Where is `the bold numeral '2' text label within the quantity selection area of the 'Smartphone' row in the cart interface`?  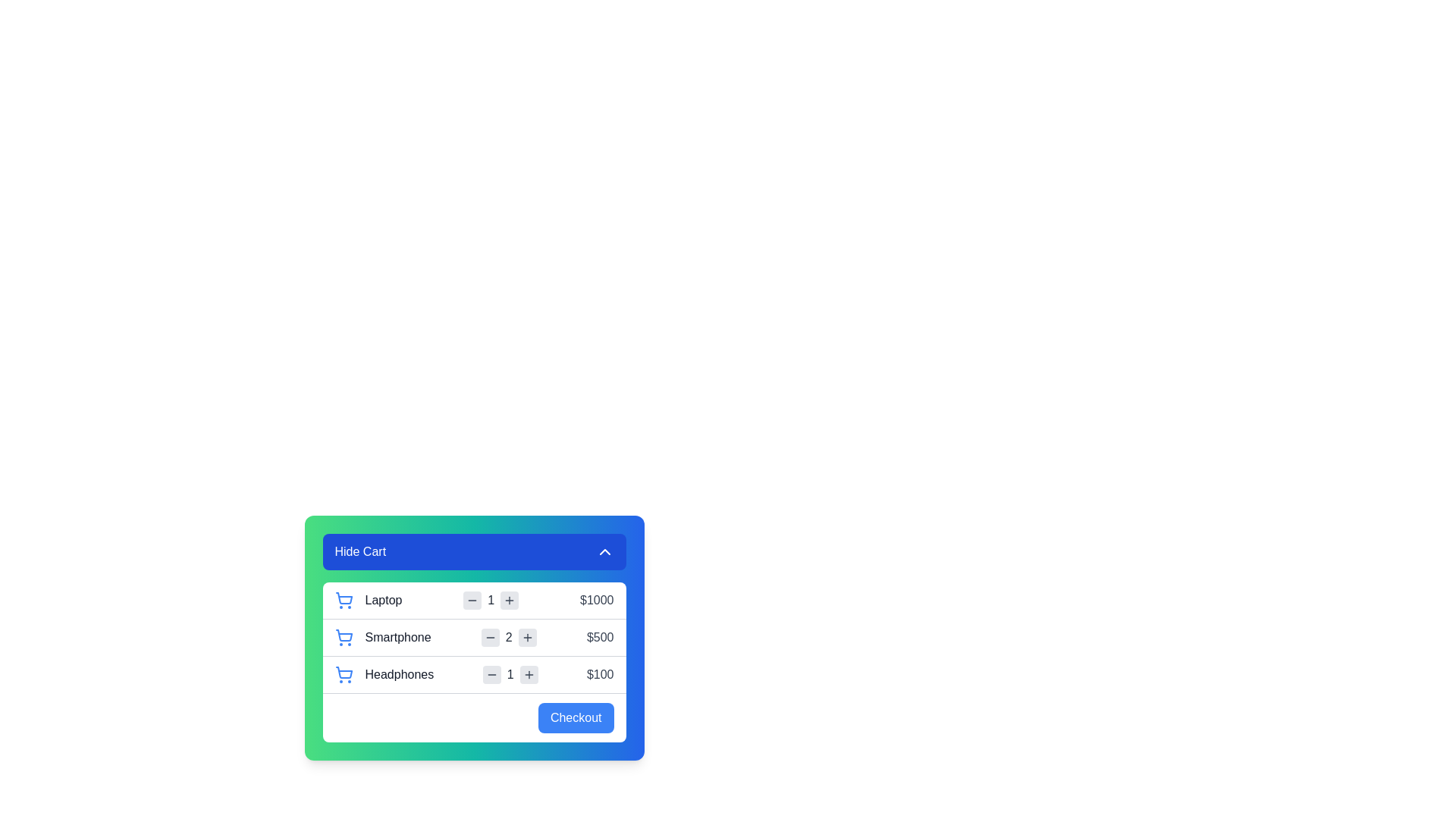
the bold numeral '2' text label within the quantity selection area of the 'Smartphone' row in the cart interface is located at coordinates (509, 637).